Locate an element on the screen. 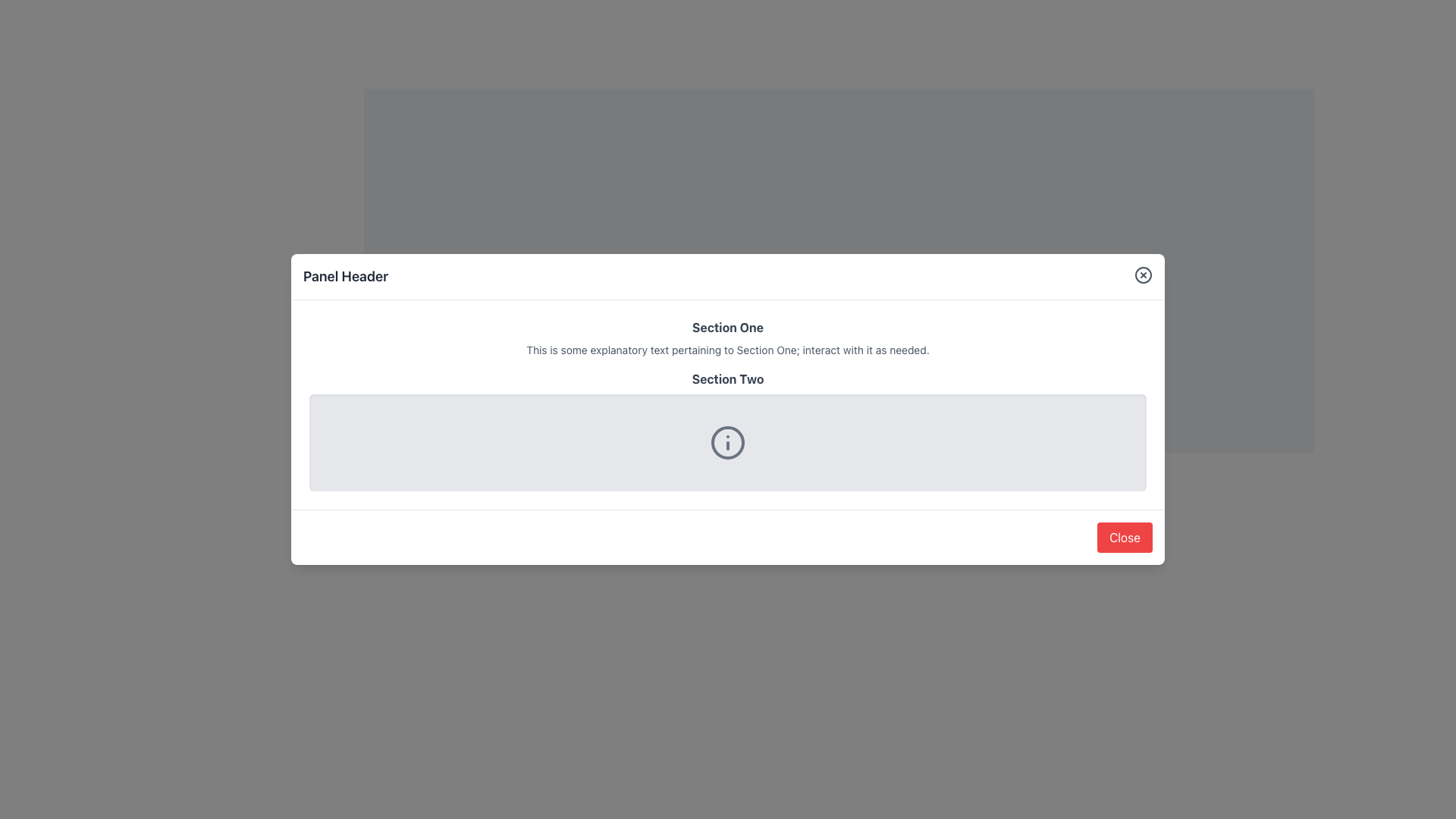  the text label that serves as a title or header for the panel, located in the upper section aligned to the left is located at coordinates (345, 277).